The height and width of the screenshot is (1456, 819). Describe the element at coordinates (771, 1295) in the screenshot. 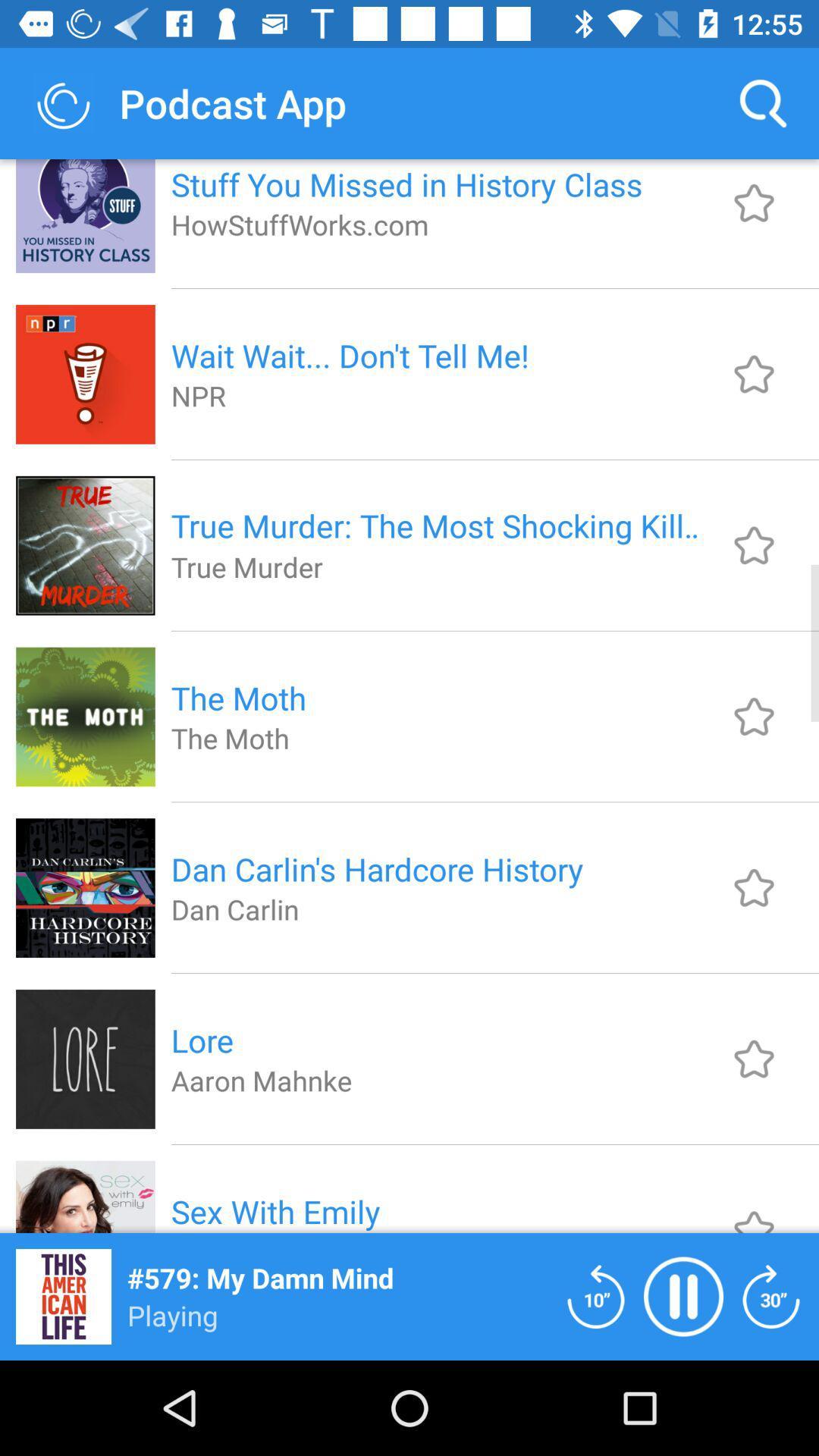

I see `rewind back 30 seconds` at that location.